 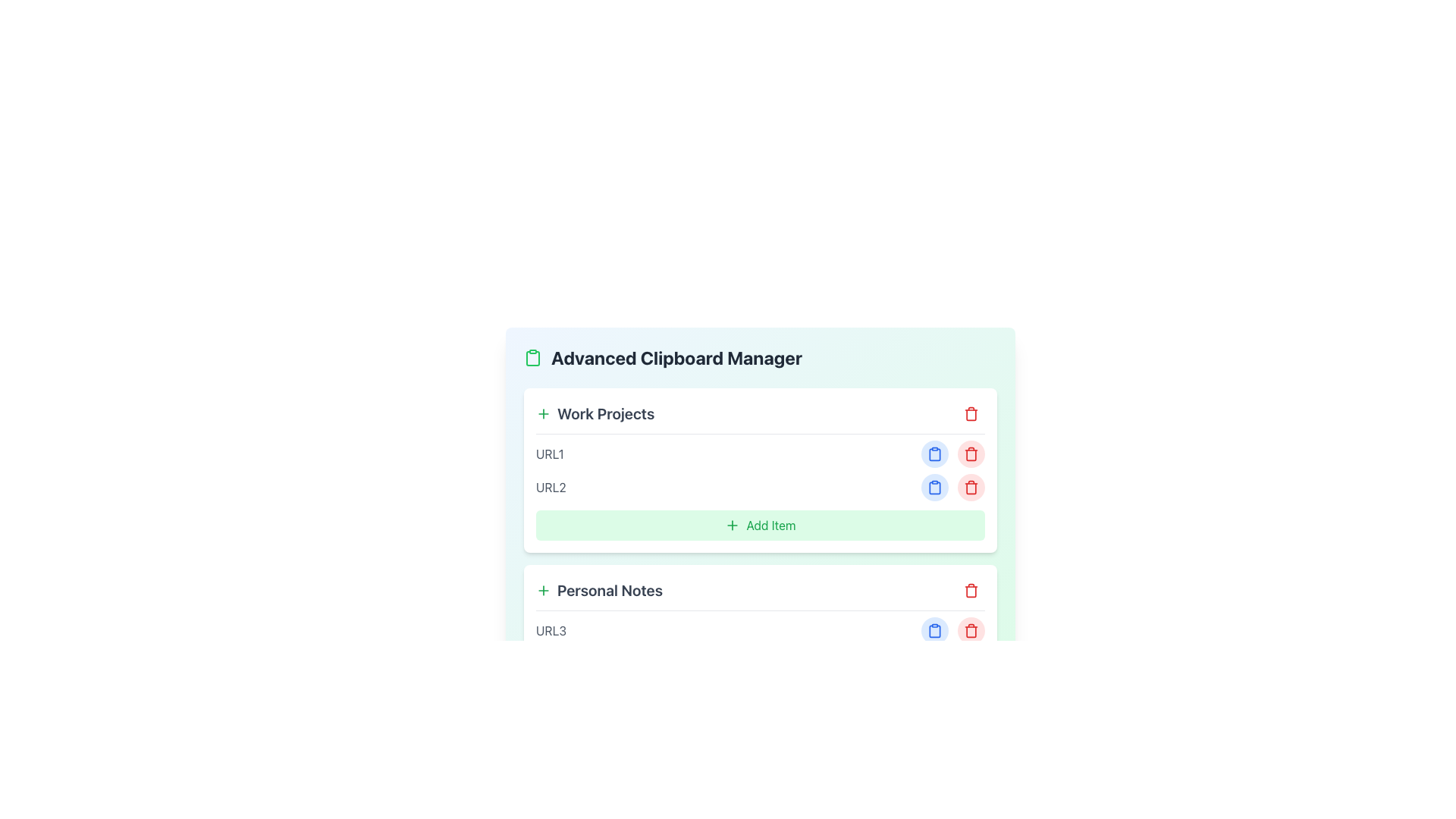 What do you see at coordinates (971, 453) in the screenshot?
I see `the circular red button with a trash can icon located to the right of the 'URL2' item under the 'Work Projects' section` at bounding box center [971, 453].